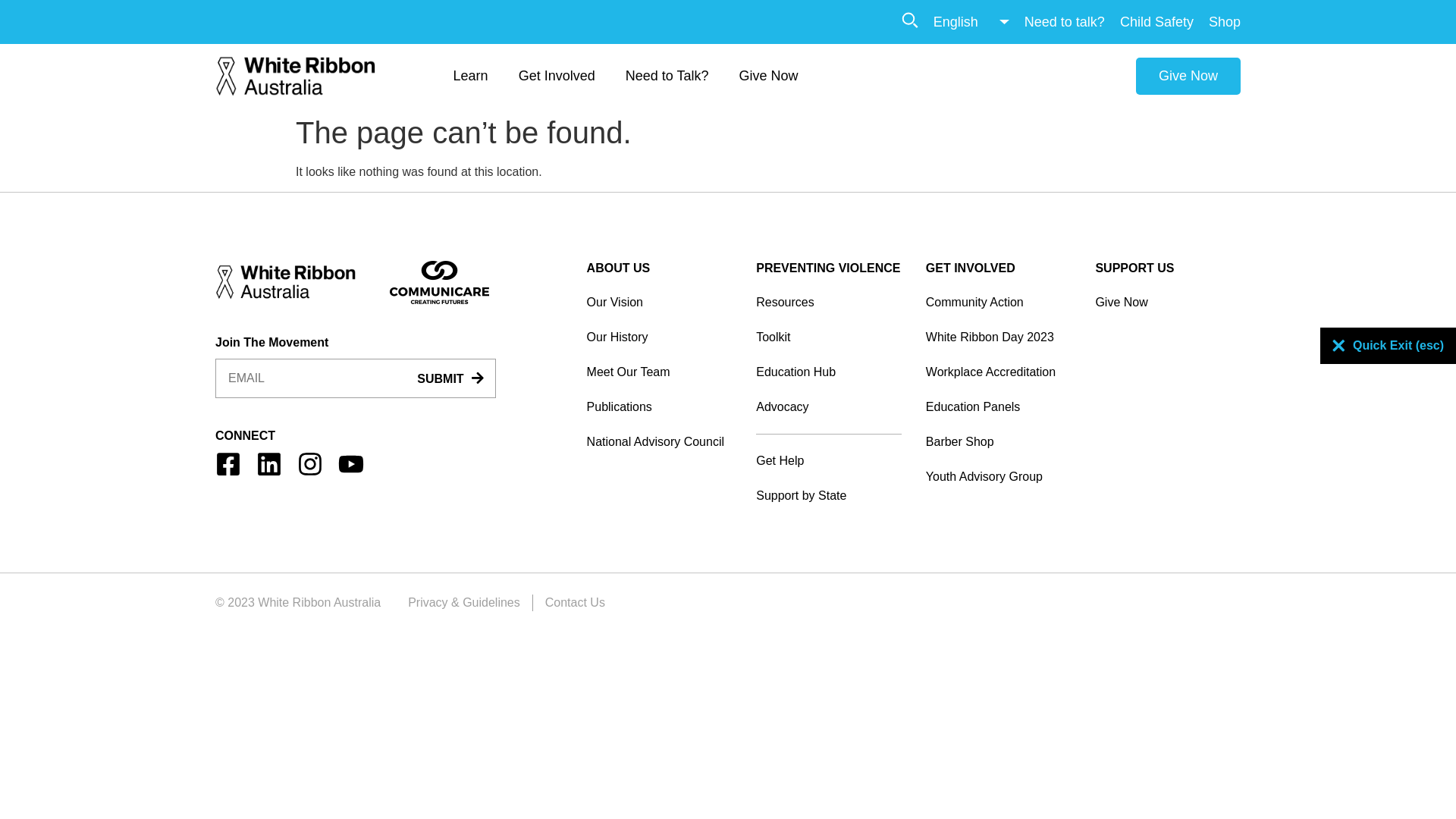 This screenshot has height=819, width=1456. Describe the element at coordinates (463, 601) in the screenshot. I see `'Privacy & Guidelines'` at that location.